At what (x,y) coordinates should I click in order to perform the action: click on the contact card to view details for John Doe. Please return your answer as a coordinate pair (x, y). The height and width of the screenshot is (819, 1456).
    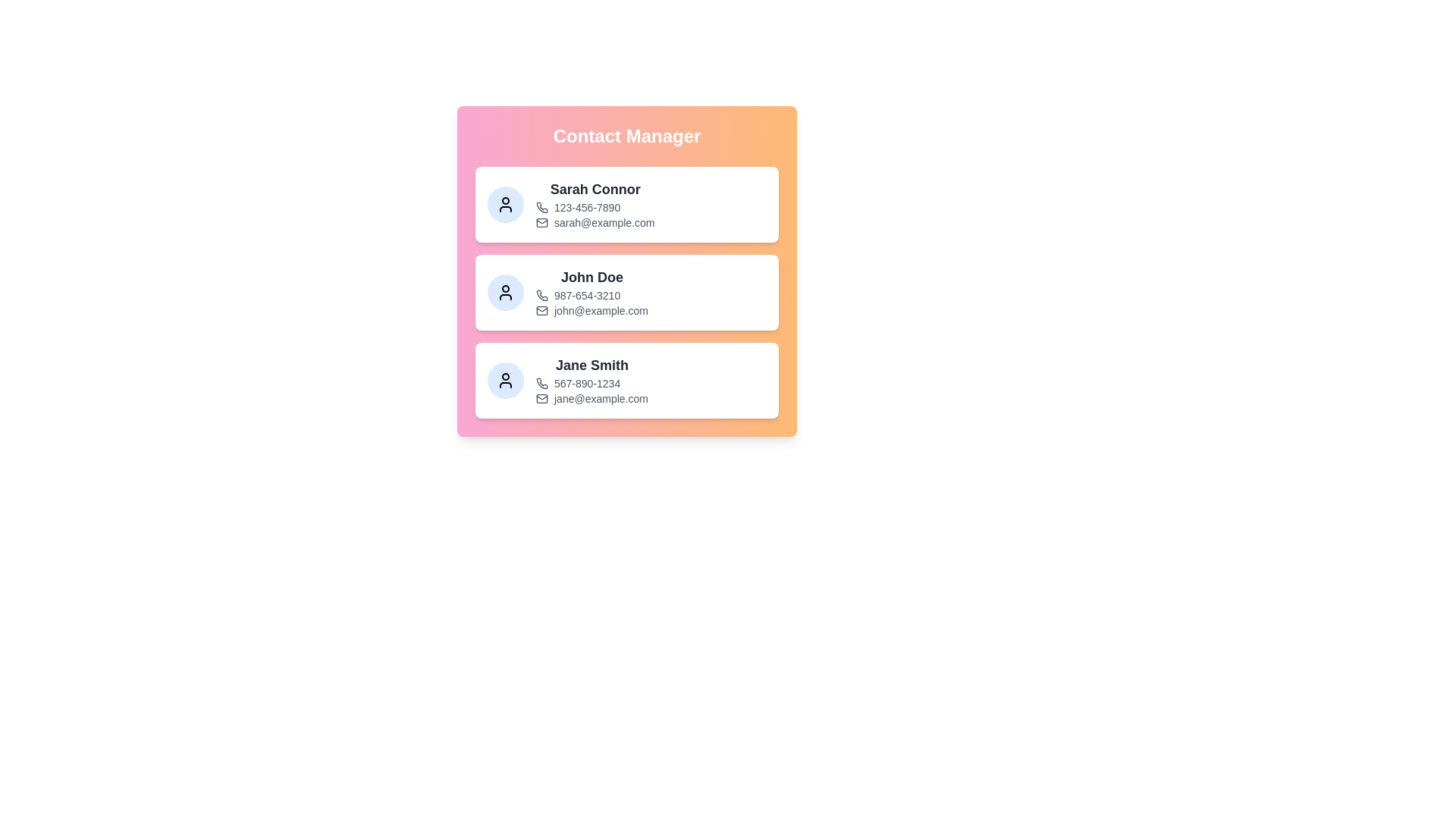
    Looking at the image, I should click on (626, 292).